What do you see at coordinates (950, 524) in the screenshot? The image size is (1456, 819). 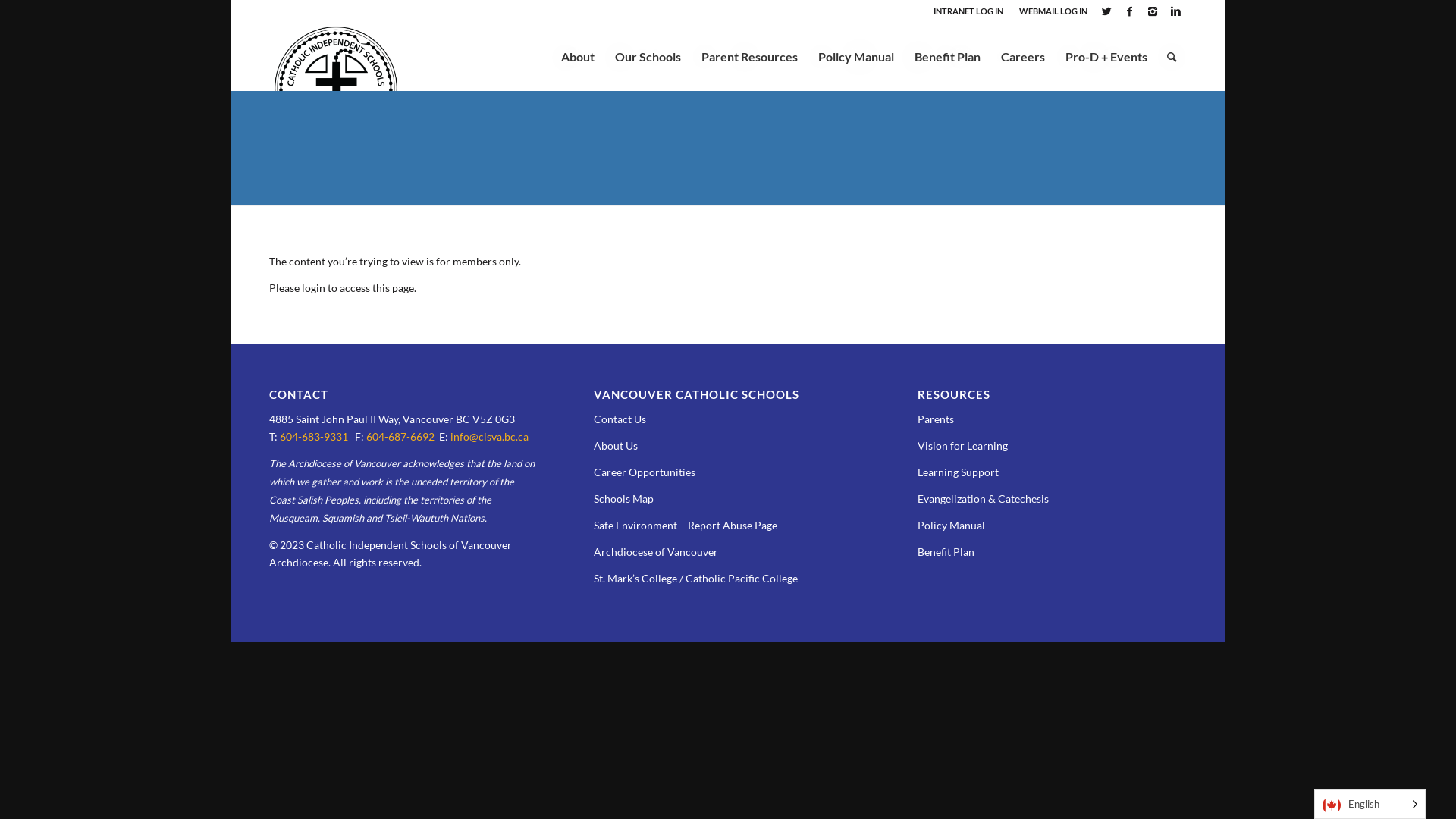 I see `'Policy Manual'` at bounding box center [950, 524].